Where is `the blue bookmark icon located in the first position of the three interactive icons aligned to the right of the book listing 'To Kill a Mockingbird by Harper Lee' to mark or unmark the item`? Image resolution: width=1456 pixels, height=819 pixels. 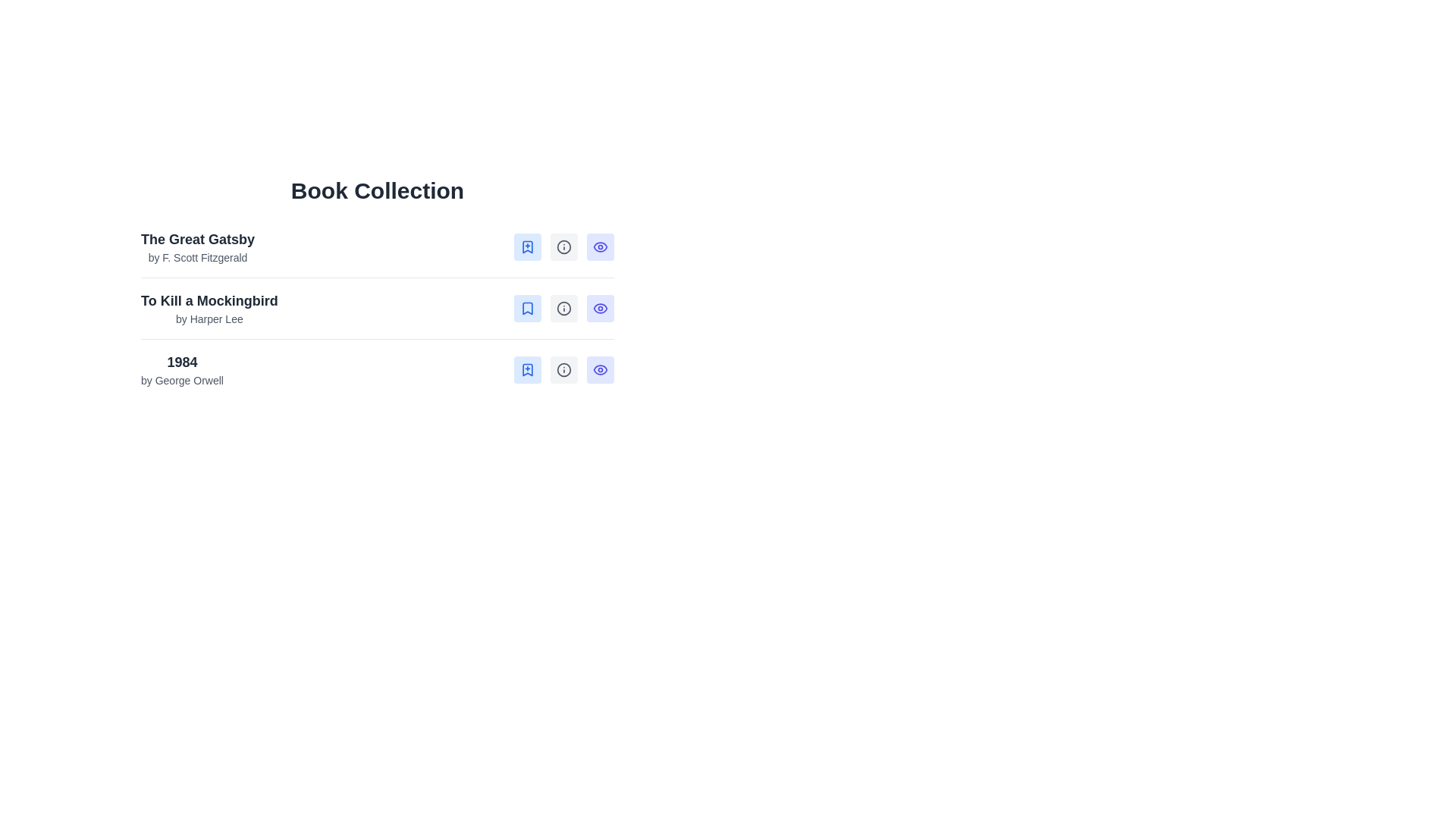 the blue bookmark icon located in the first position of the three interactive icons aligned to the right of the book listing 'To Kill a Mockingbird by Harper Lee' to mark or unmark the item is located at coordinates (528, 308).